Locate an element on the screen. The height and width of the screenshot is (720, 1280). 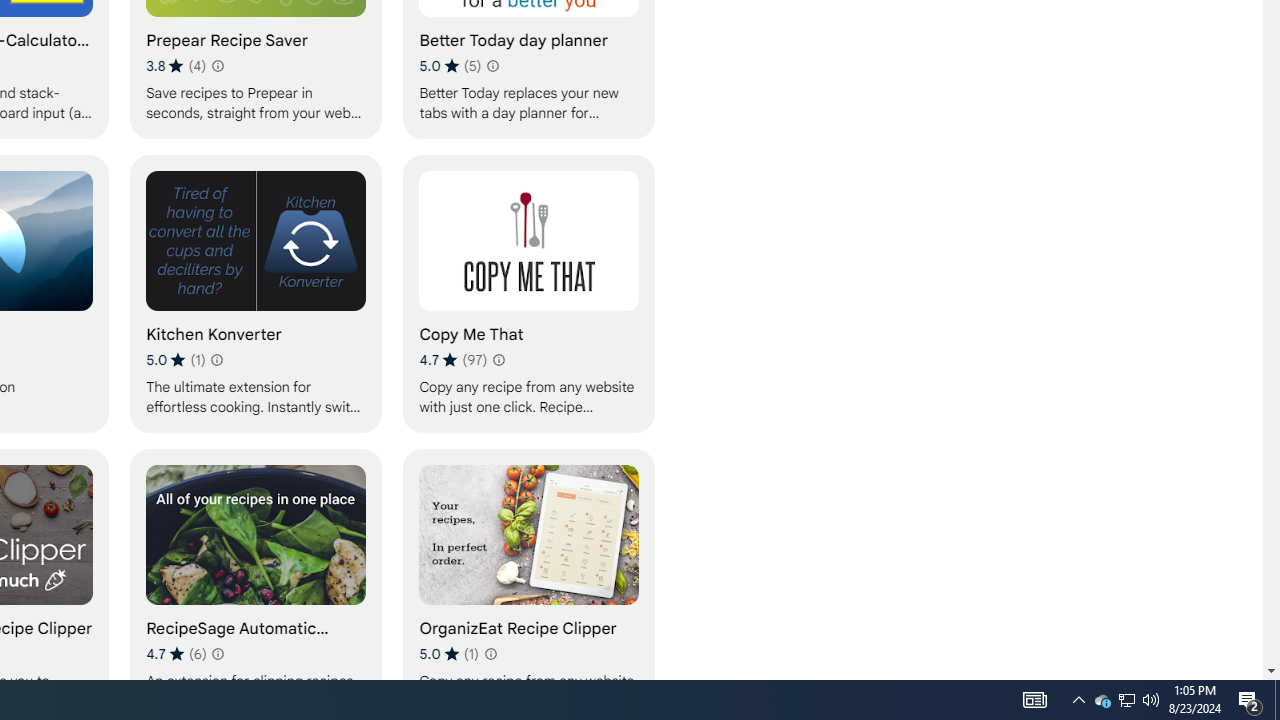
'Average rating 4.7 out of 5 stars. 6 ratings.' is located at coordinates (176, 653).